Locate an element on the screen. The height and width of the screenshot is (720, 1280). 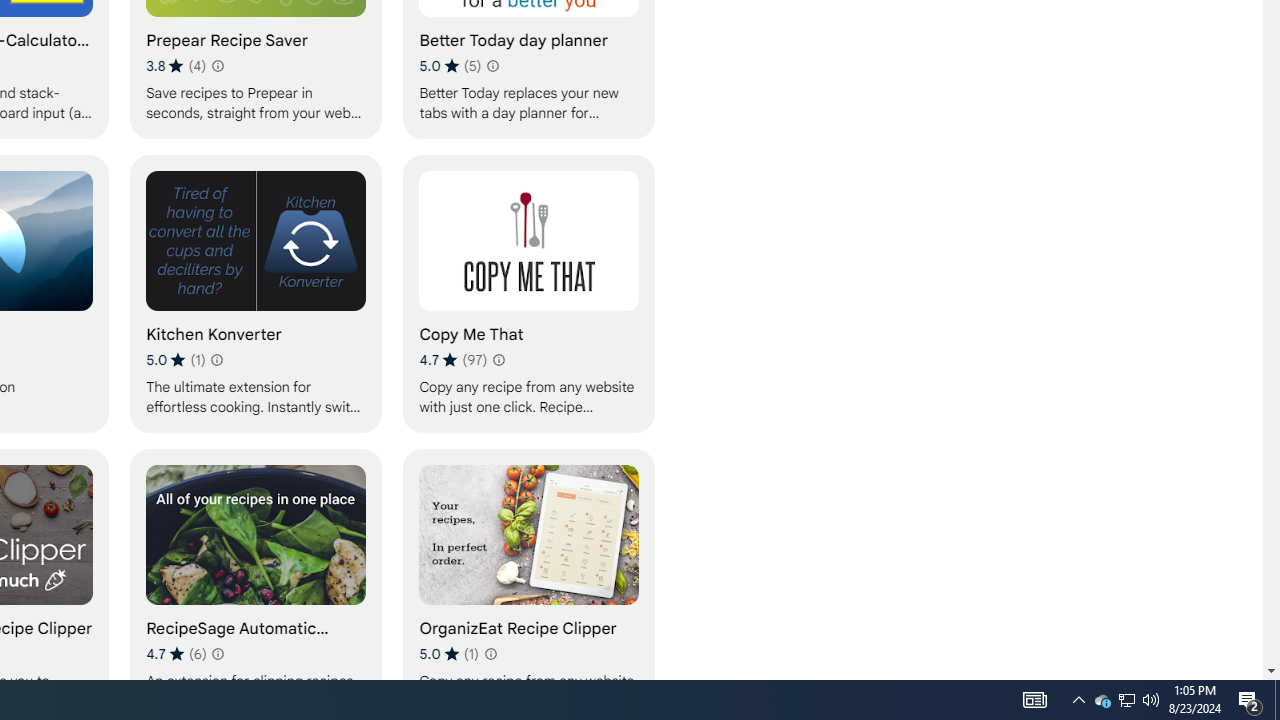
'Average rating 4.7 out of 5 stars. 6 ratings.' is located at coordinates (176, 653).